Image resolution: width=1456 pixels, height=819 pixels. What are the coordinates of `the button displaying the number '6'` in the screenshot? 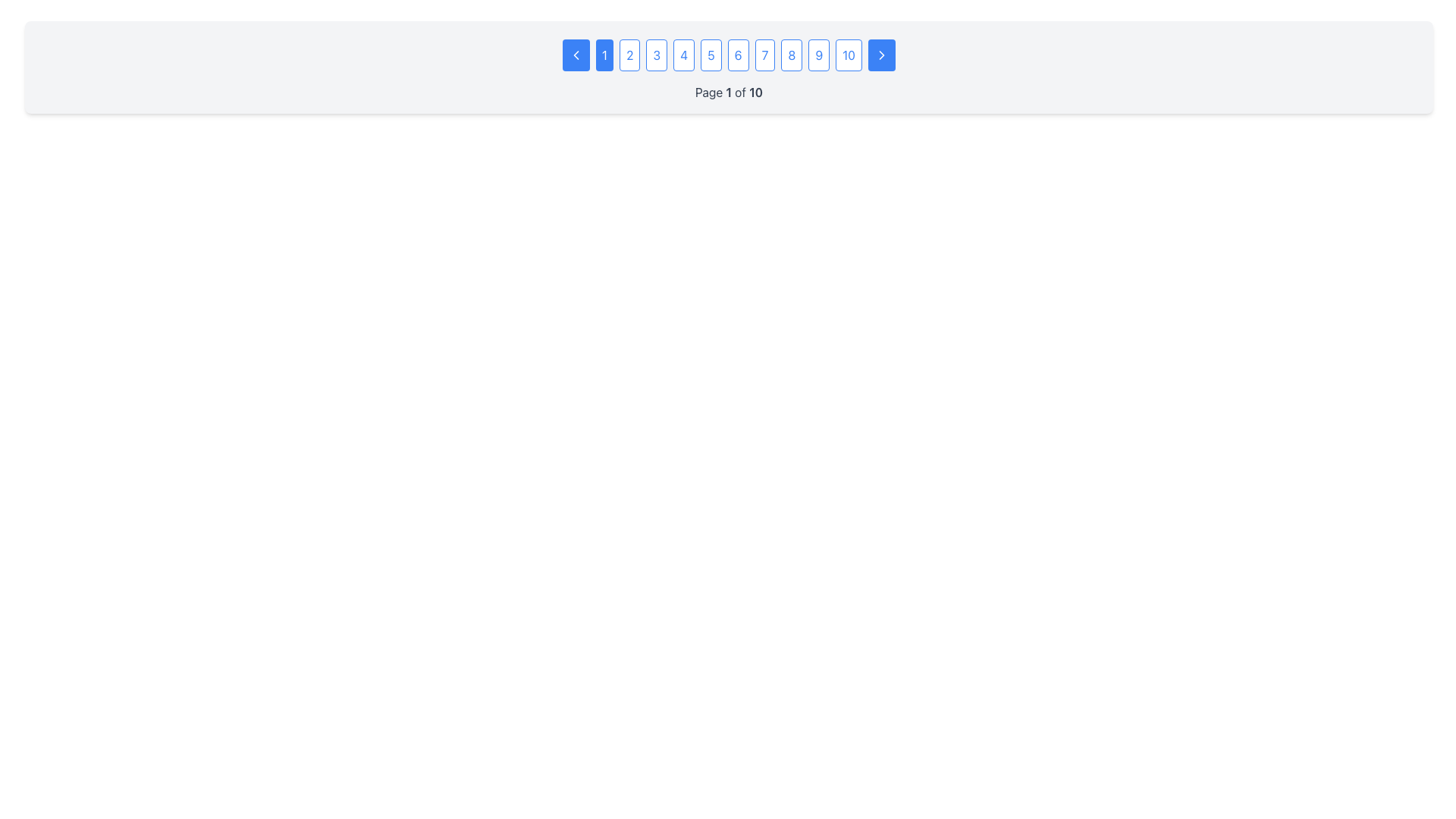 It's located at (729, 55).